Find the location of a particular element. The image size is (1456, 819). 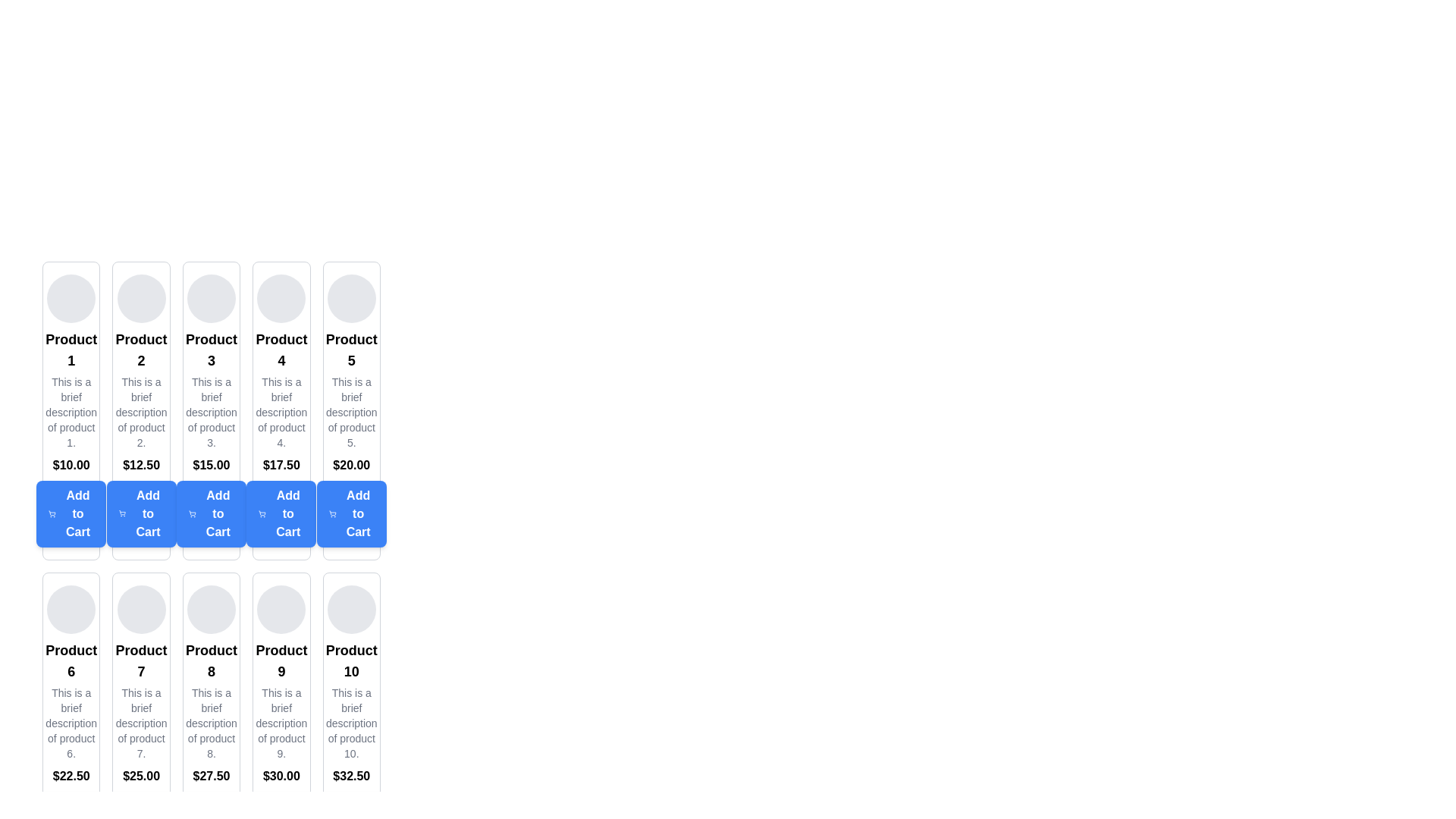

the text label displaying the price value of '$10.00', which is centrally aligned below the product description of 'Product 1' is located at coordinates (71, 464).